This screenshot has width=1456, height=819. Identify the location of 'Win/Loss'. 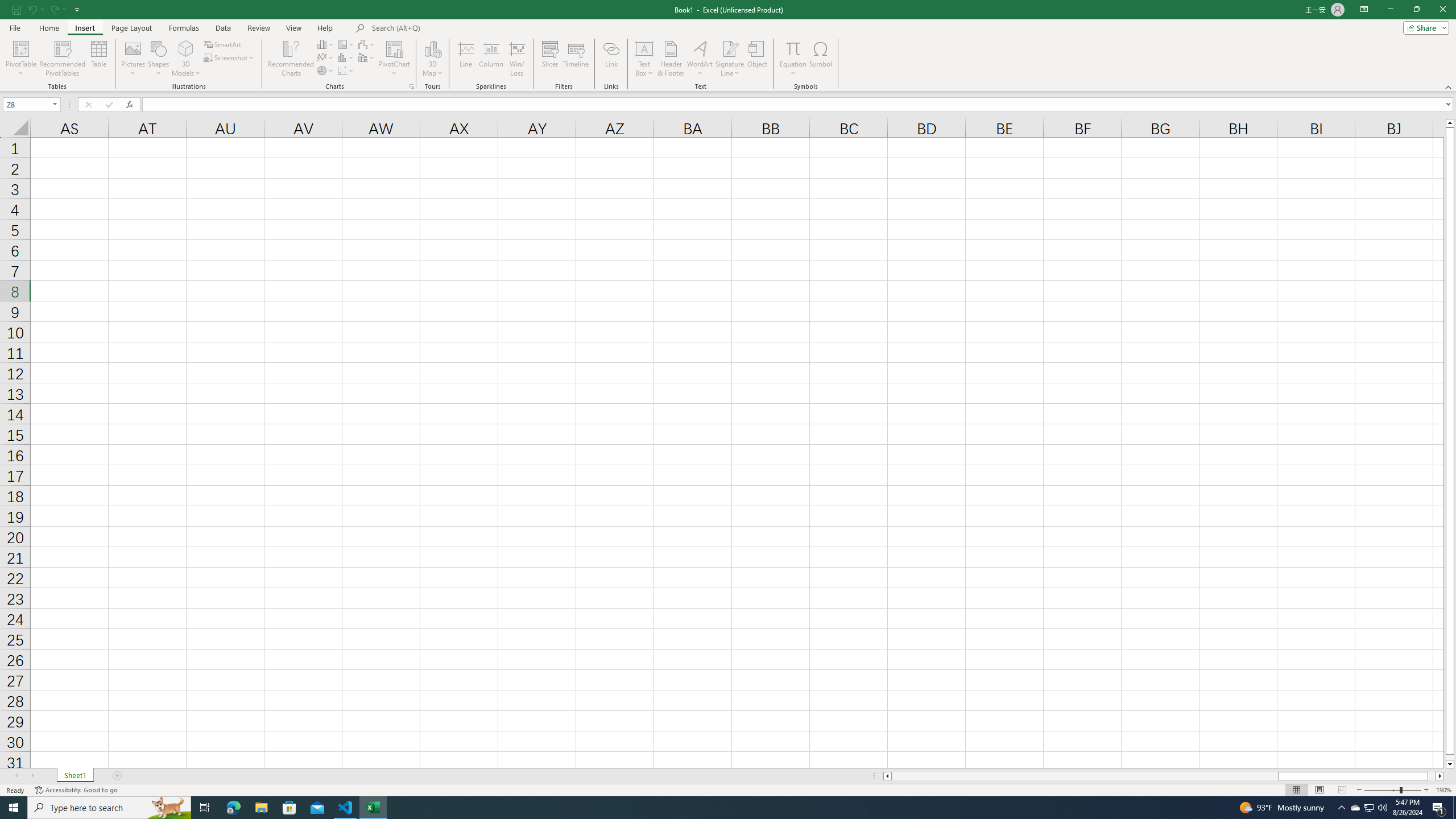
(516, 59).